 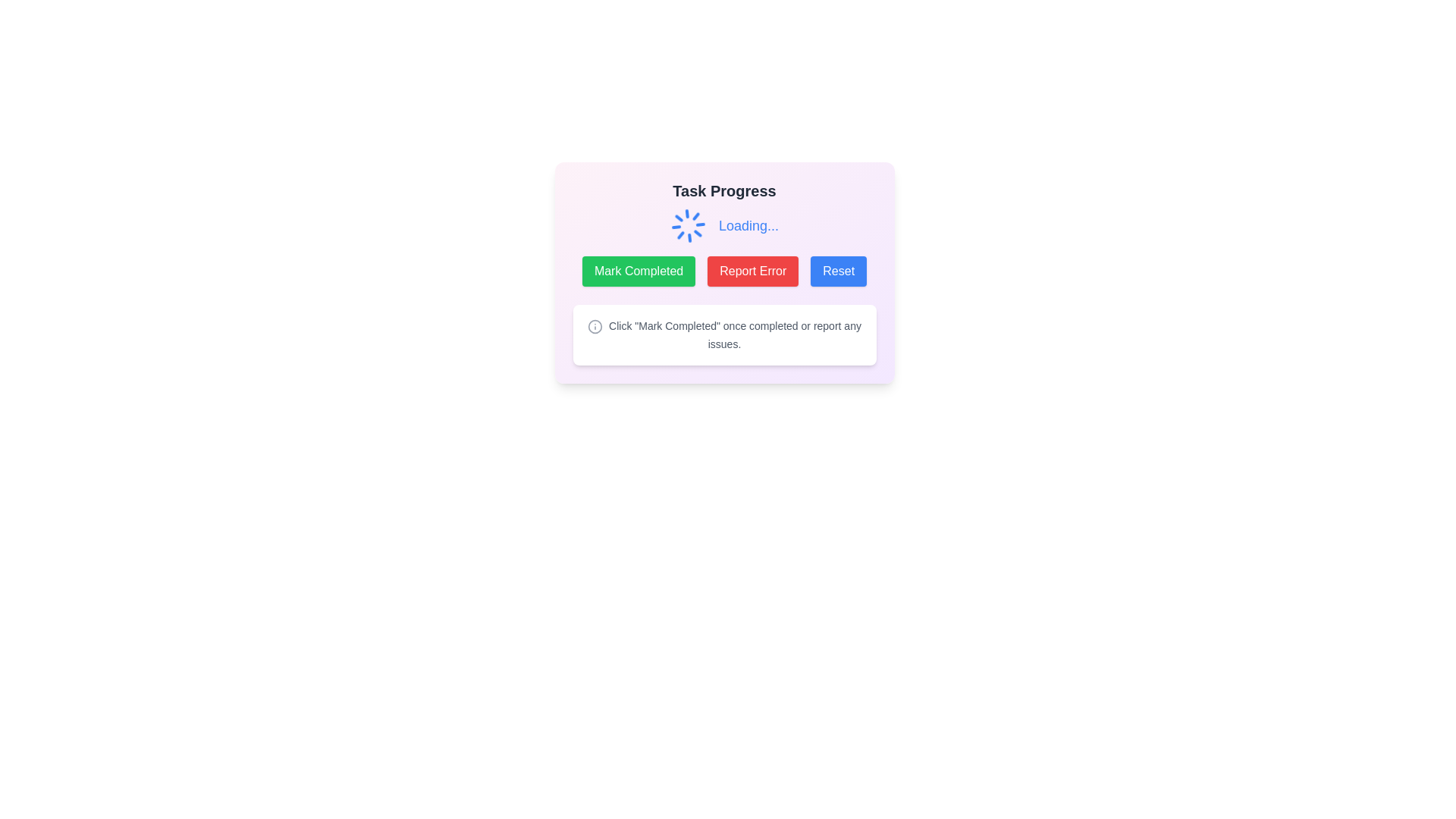 I want to click on the loading animation in the Card component with a gradient background and a central spinning blue loader icon labeled 'Loading...', so click(x=723, y=271).